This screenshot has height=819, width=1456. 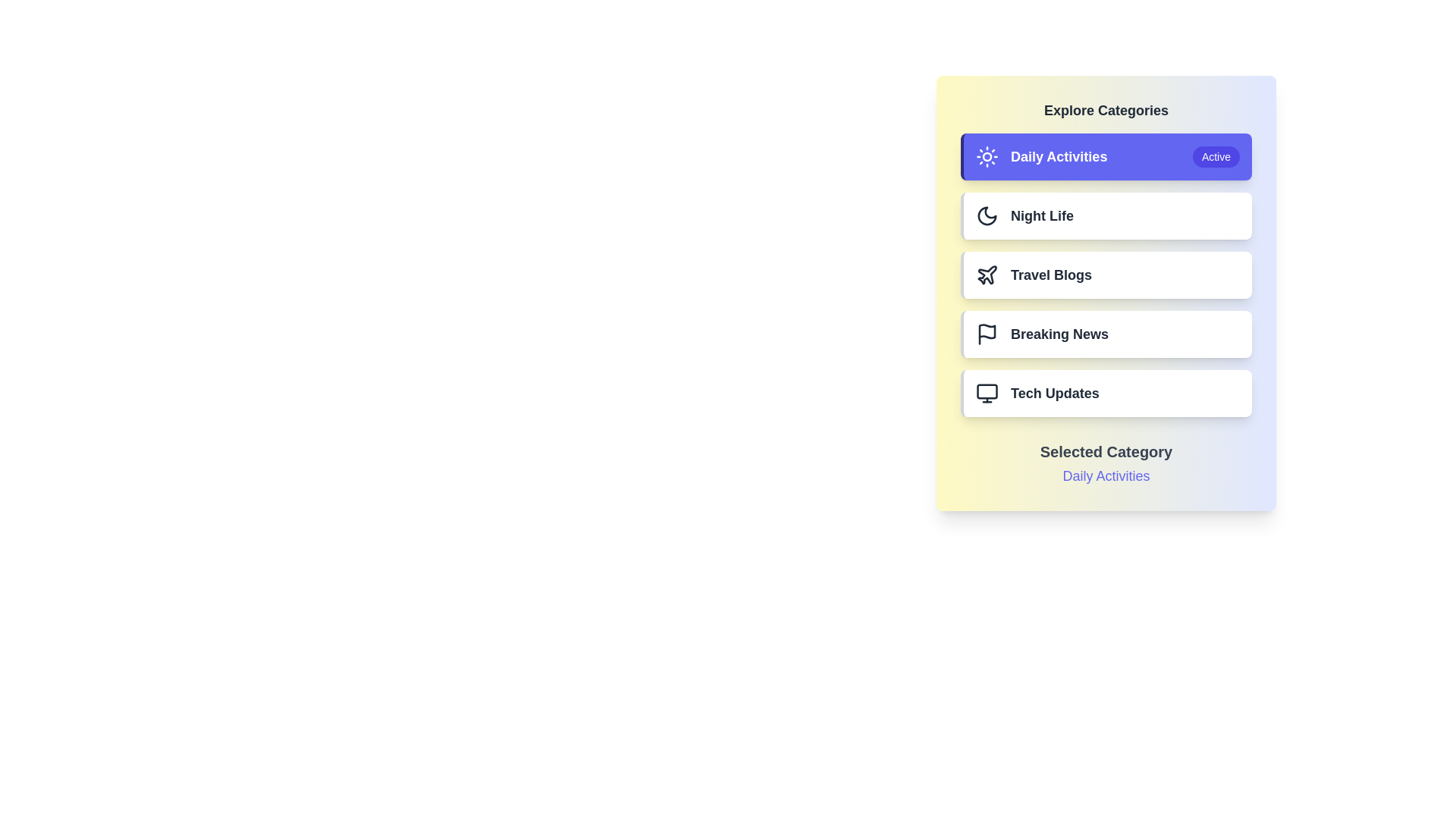 What do you see at coordinates (1106, 333) in the screenshot?
I see `the category button corresponding to Breaking News` at bounding box center [1106, 333].